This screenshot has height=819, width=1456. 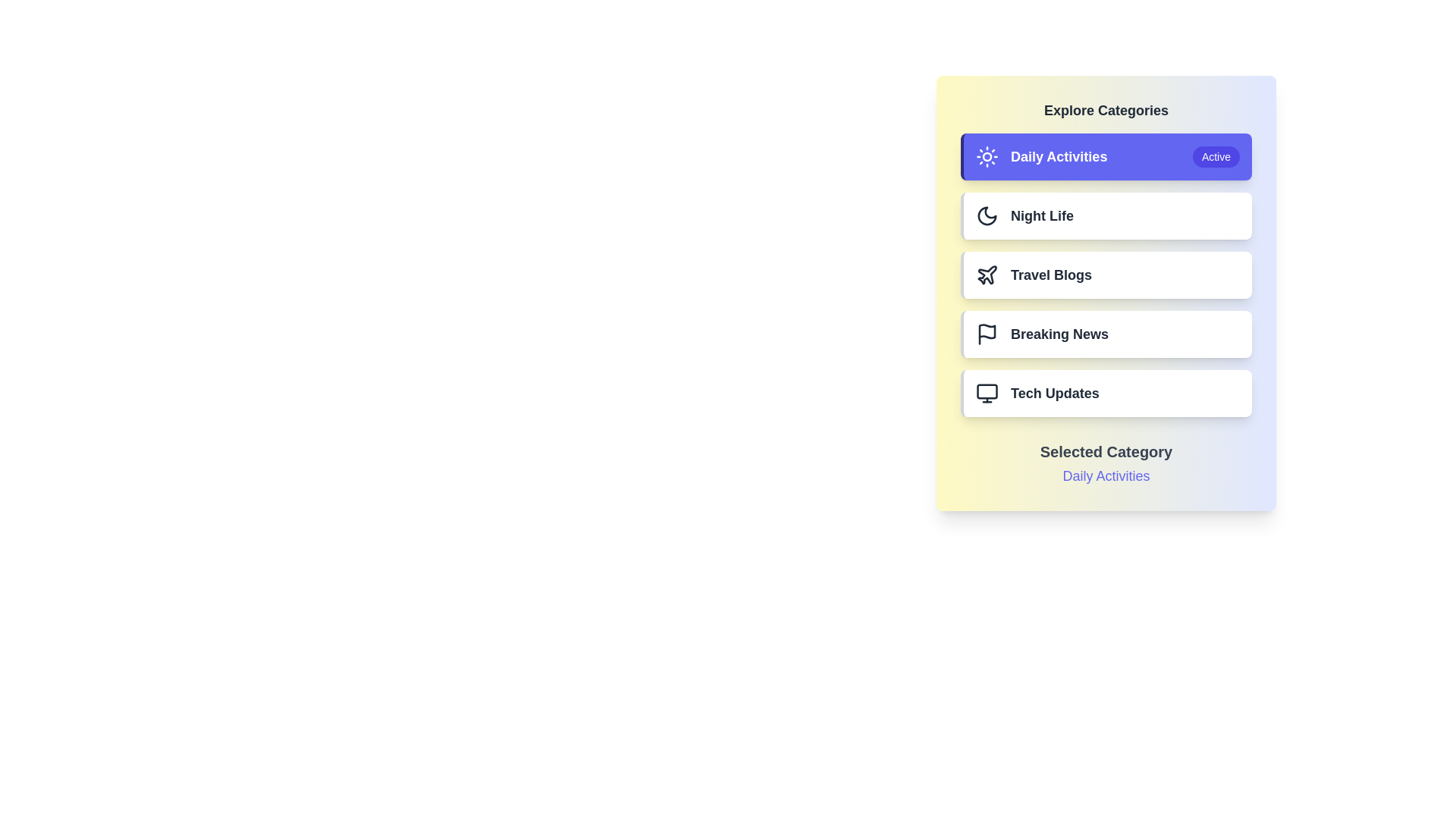 What do you see at coordinates (1106, 333) in the screenshot?
I see `the category button corresponding to Breaking News` at bounding box center [1106, 333].